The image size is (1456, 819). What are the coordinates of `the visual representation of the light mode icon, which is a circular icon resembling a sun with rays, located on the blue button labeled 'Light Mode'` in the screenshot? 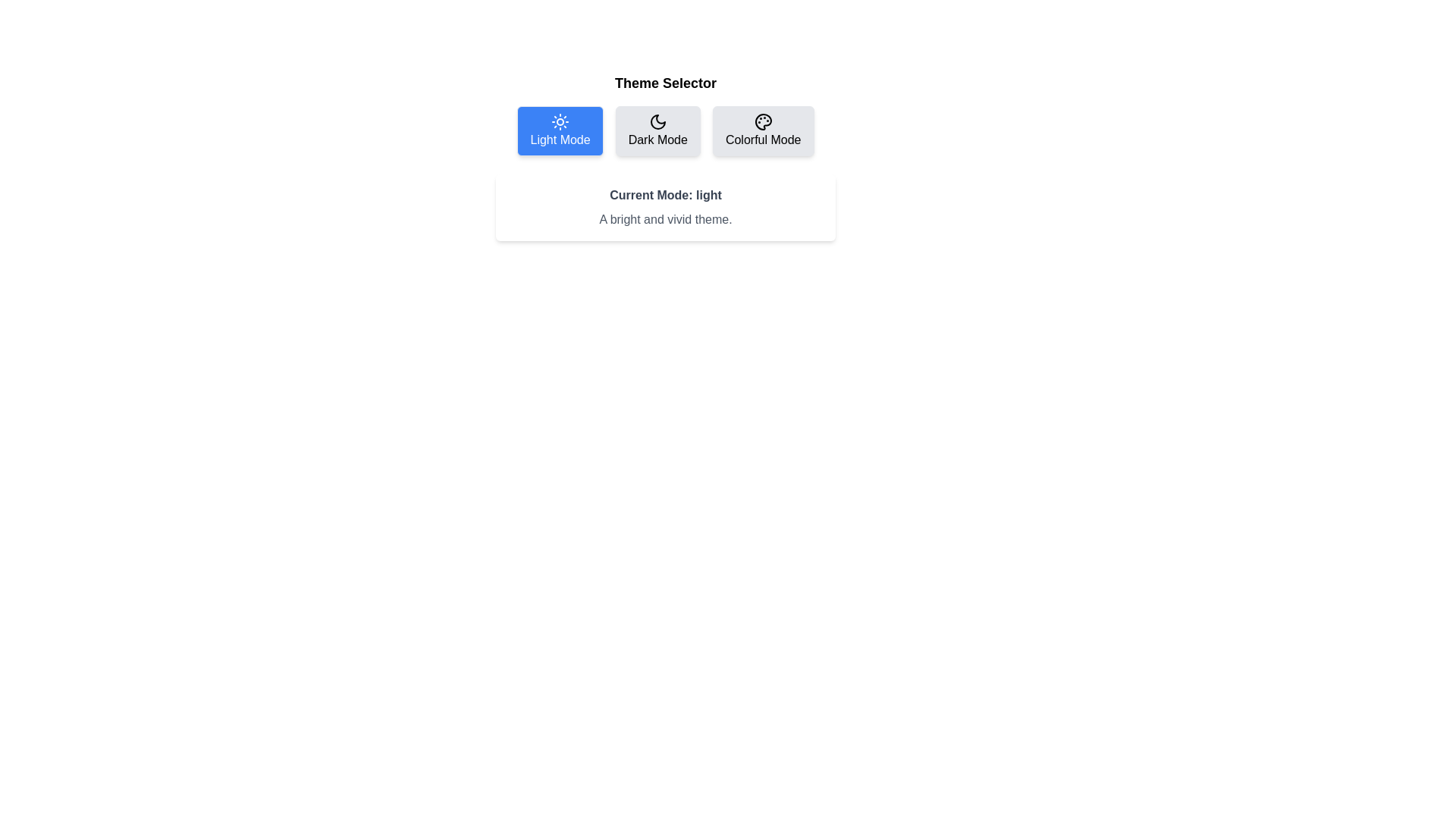 It's located at (560, 121).